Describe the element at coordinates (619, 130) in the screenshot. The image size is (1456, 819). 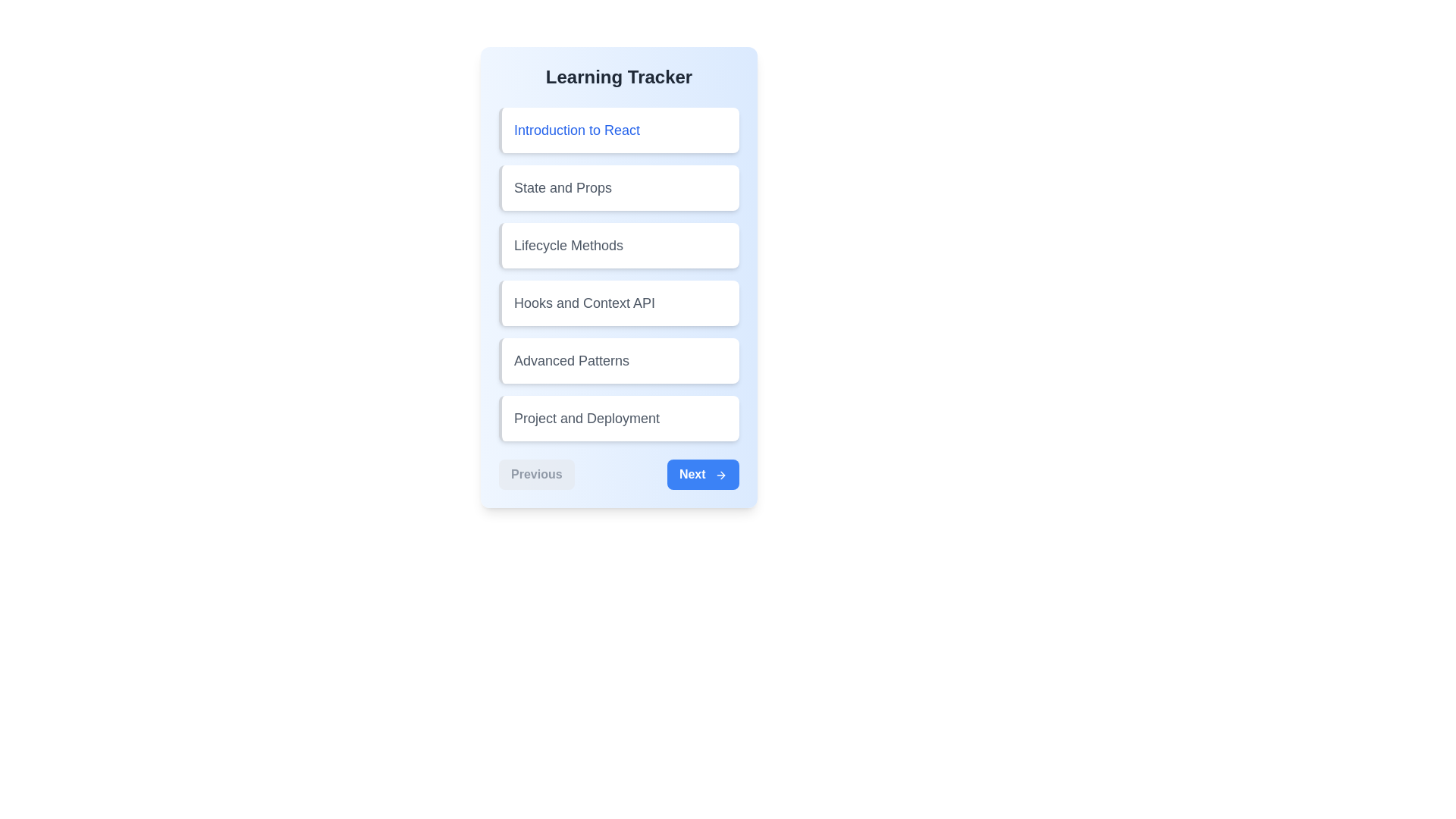
I see `the lesson titled 'Introduction to React' to select it` at that location.